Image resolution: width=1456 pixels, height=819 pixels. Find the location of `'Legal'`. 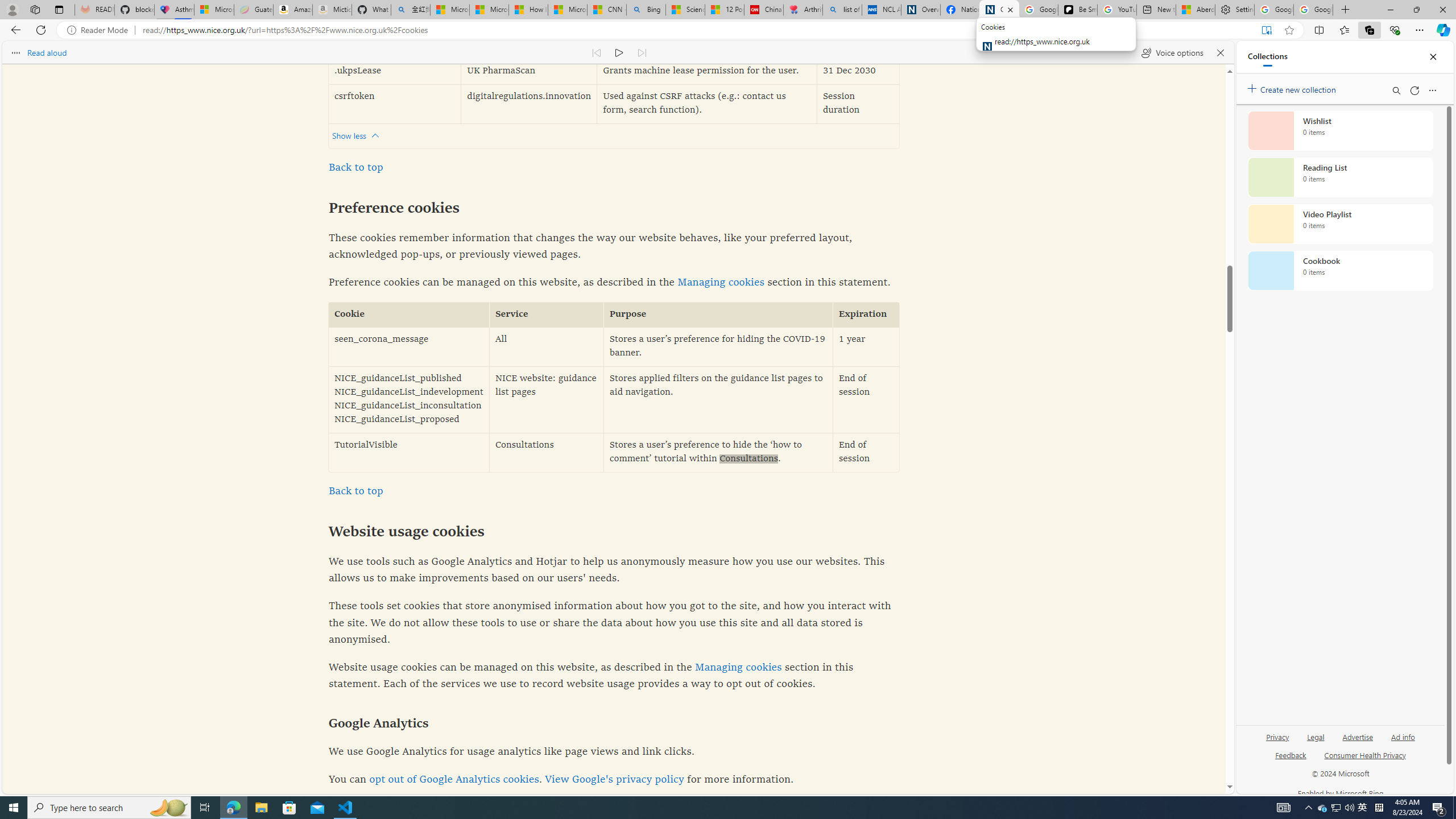

'Legal' is located at coordinates (1314, 741).